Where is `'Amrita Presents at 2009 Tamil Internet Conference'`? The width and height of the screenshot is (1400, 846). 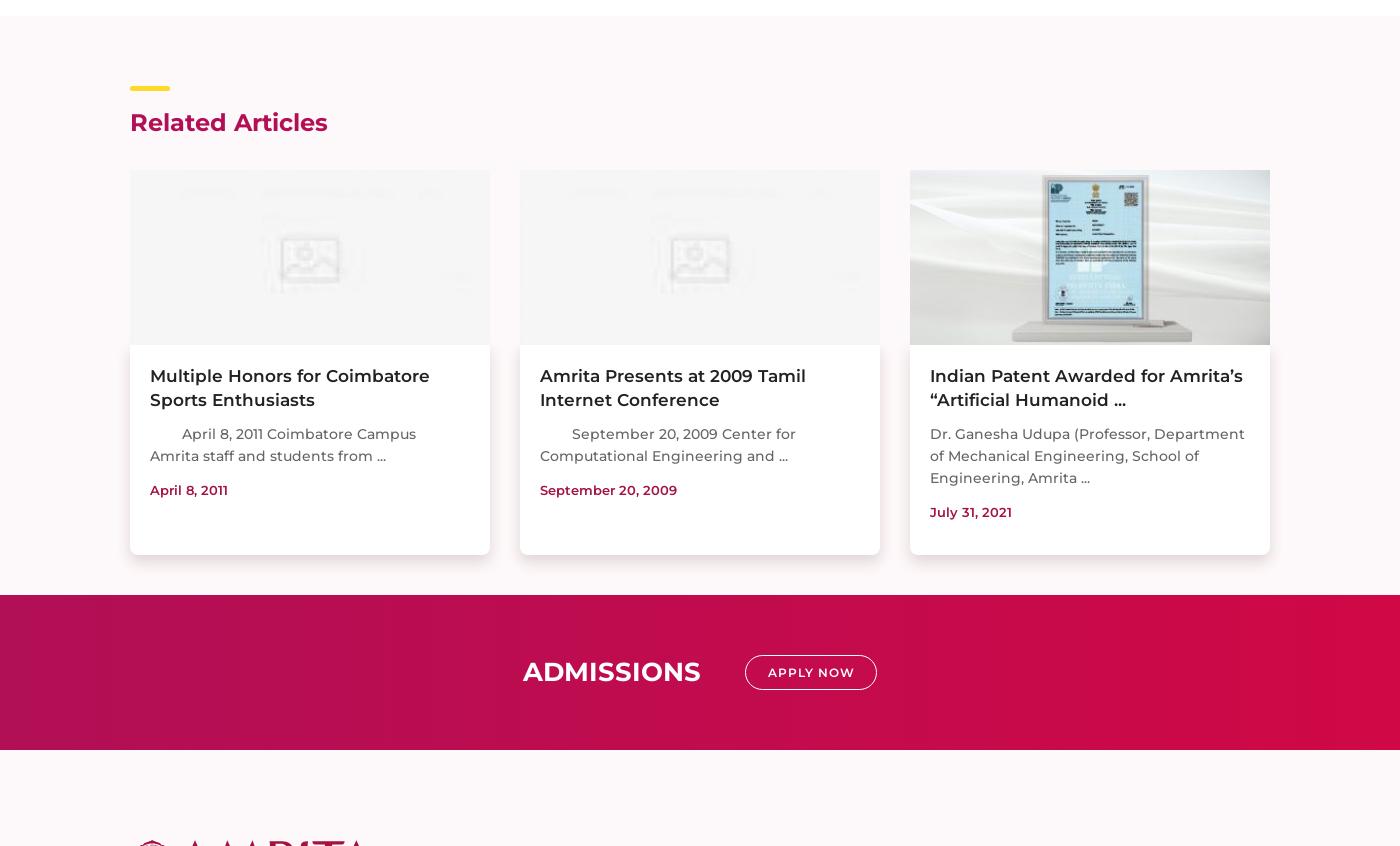
'Amrita Presents at 2009 Tamil Internet Conference' is located at coordinates (672, 387).